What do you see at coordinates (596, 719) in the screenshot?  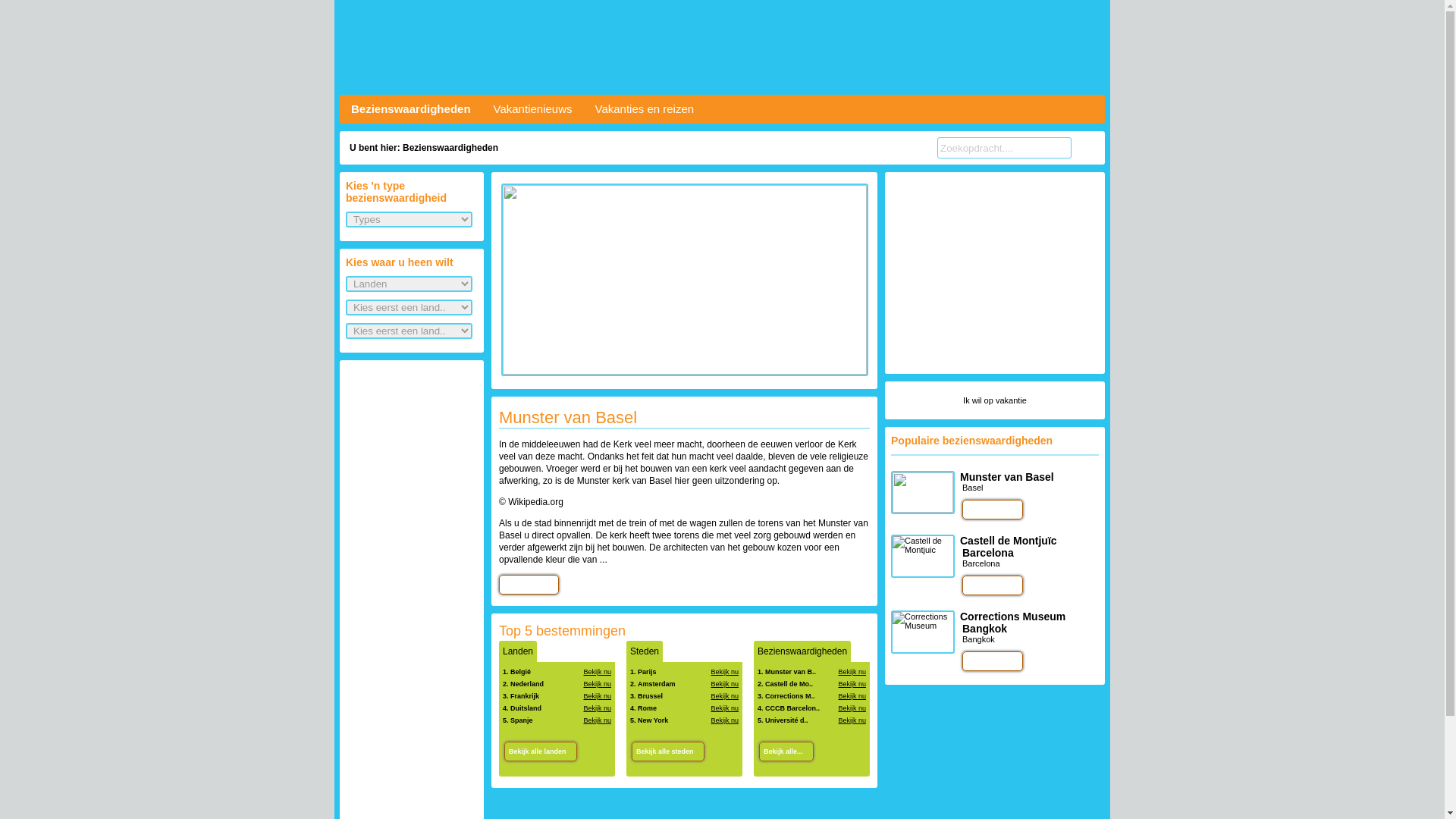 I see `'Bekijk nu'` at bounding box center [596, 719].